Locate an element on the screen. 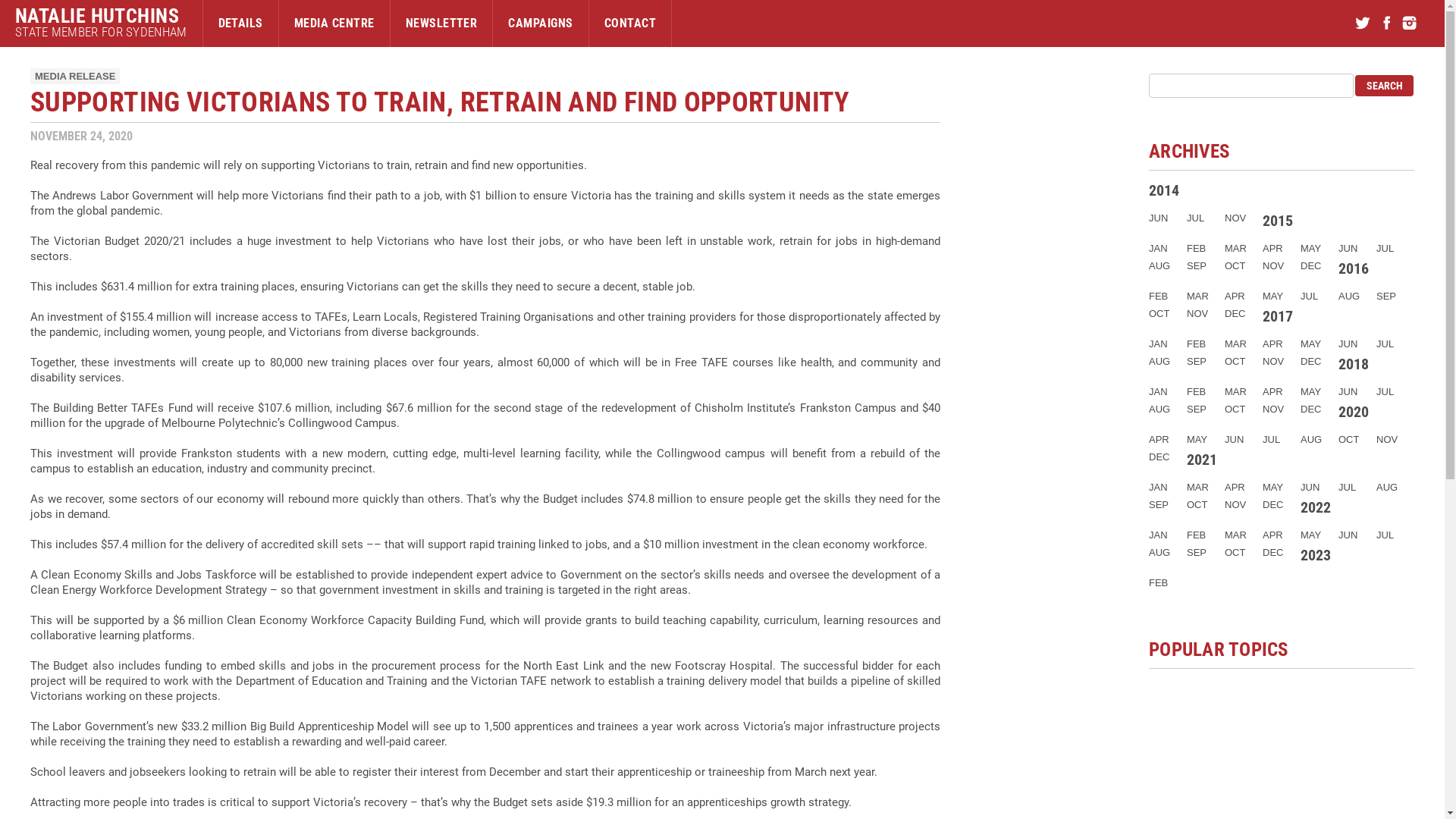  '2016' is located at coordinates (1338, 268).